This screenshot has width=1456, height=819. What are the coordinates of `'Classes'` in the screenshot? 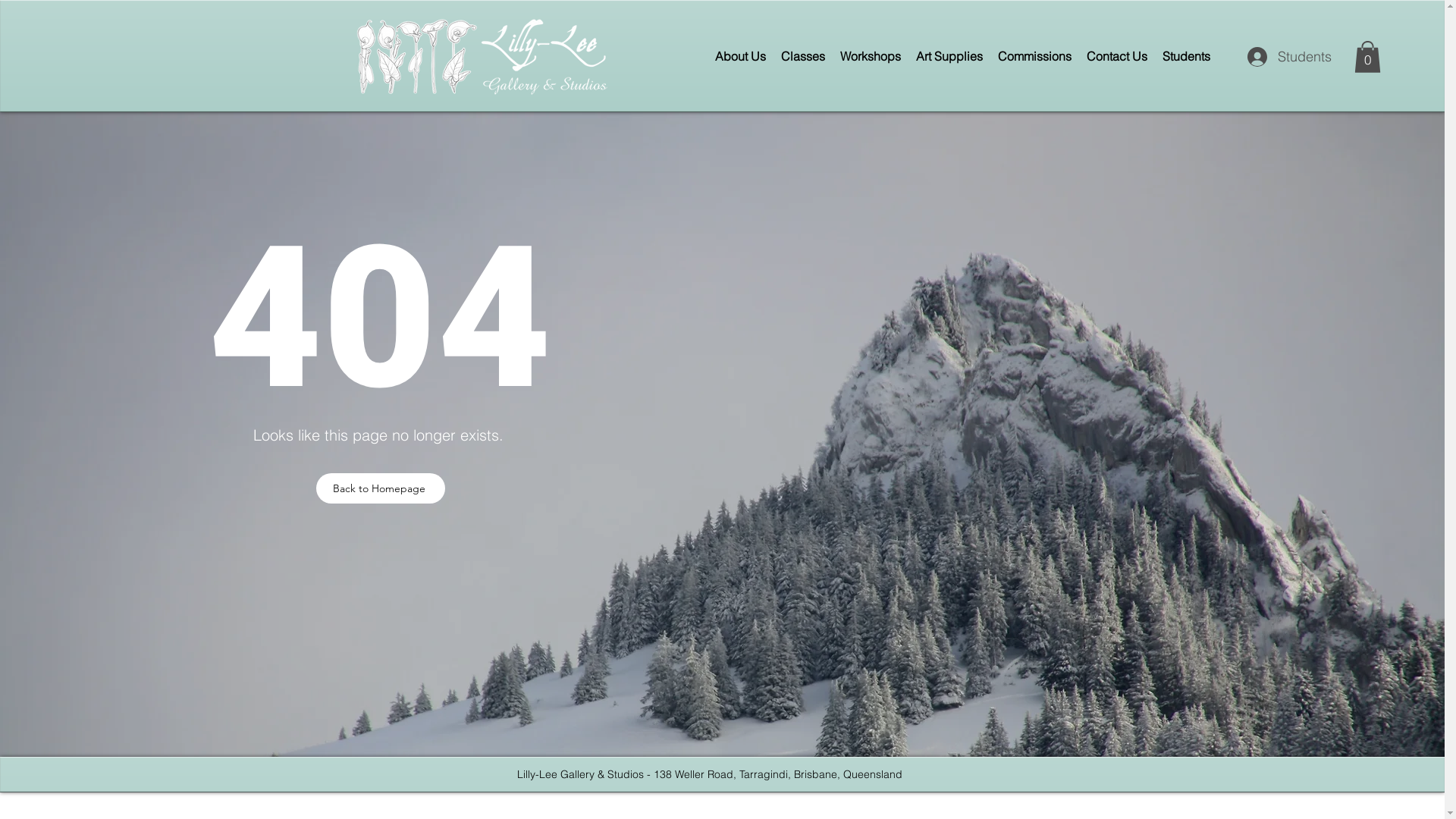 It's located at (802, 55).